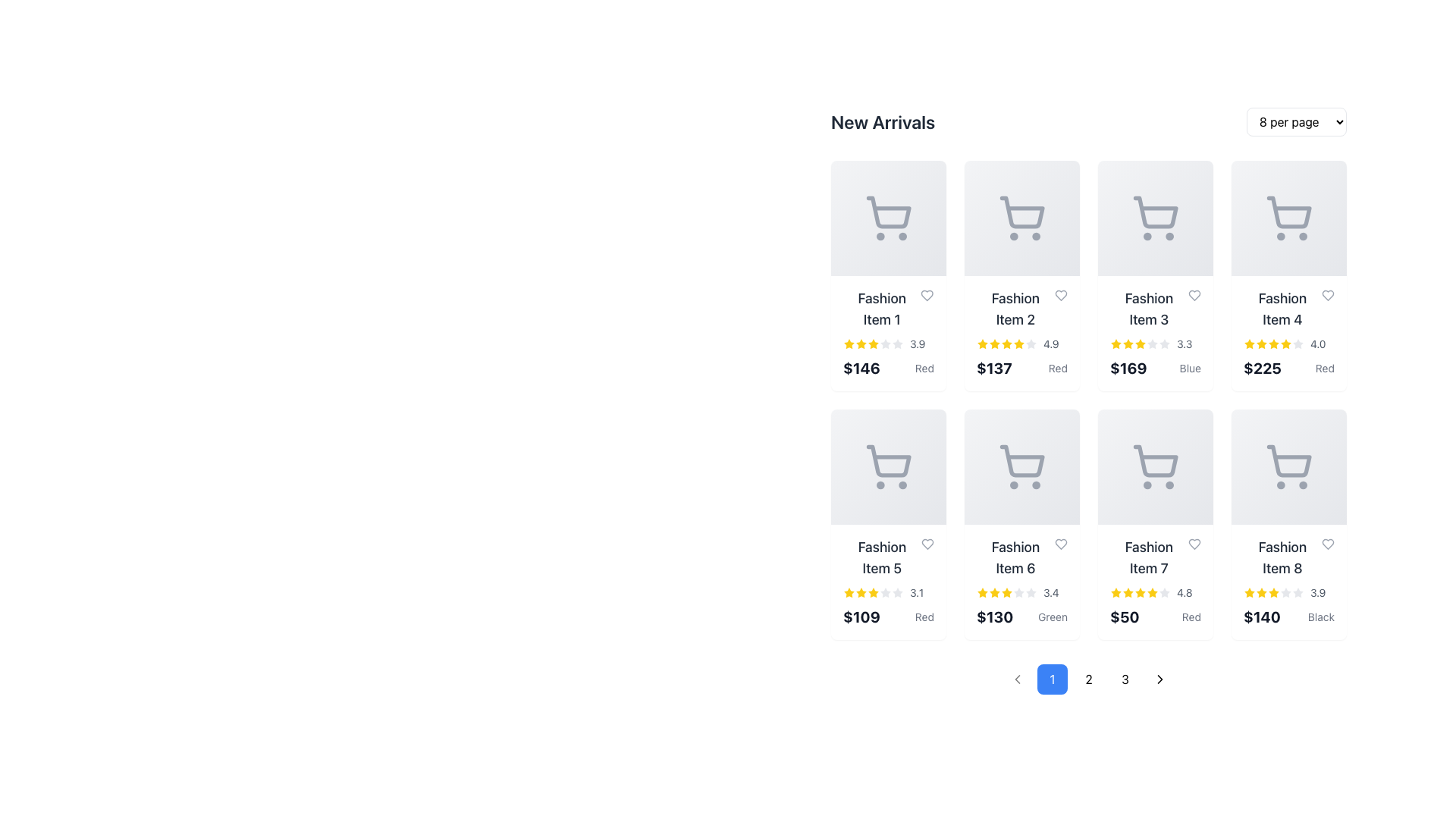 The width and height of the screenshot is (1456, 819). I want to click on the third star icon in the rating section of 'Fashion Item 4', which is located in the fourth card of the top row, indicating the product rating visually as a fraction of five stars, so click(1262, 344).